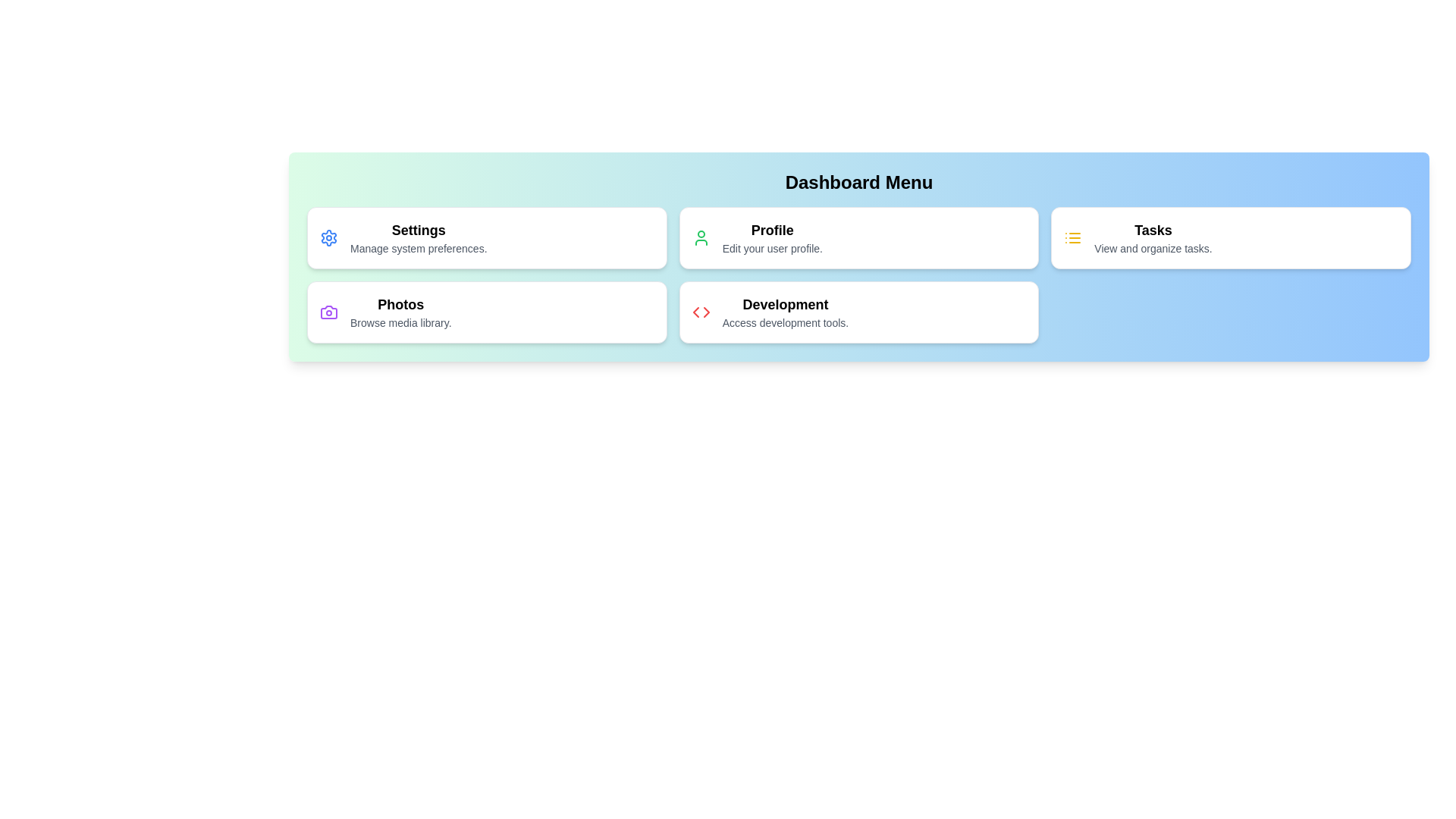 Image resolution: width=1456 pixels, height=819 pixels. What do you see at coordinates (858, 312) in the screenshot?
I see `the menu item corresponding to Development` at bounding box center [858, 312].